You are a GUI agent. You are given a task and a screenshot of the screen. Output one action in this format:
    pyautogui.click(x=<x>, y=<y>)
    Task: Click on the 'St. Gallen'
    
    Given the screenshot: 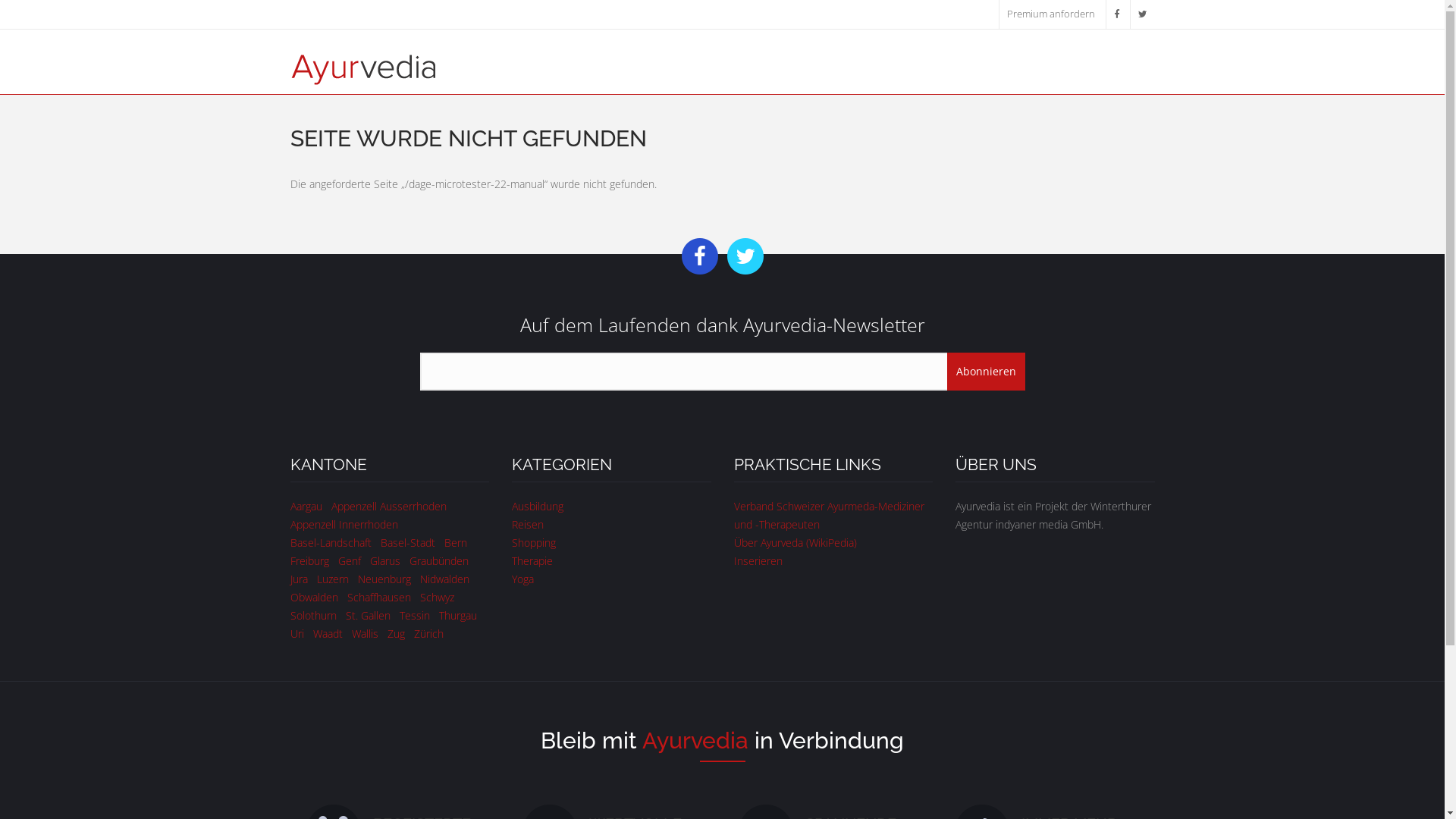 What is the action you would take?
    pyautogui.click(x=368, y=615)
    